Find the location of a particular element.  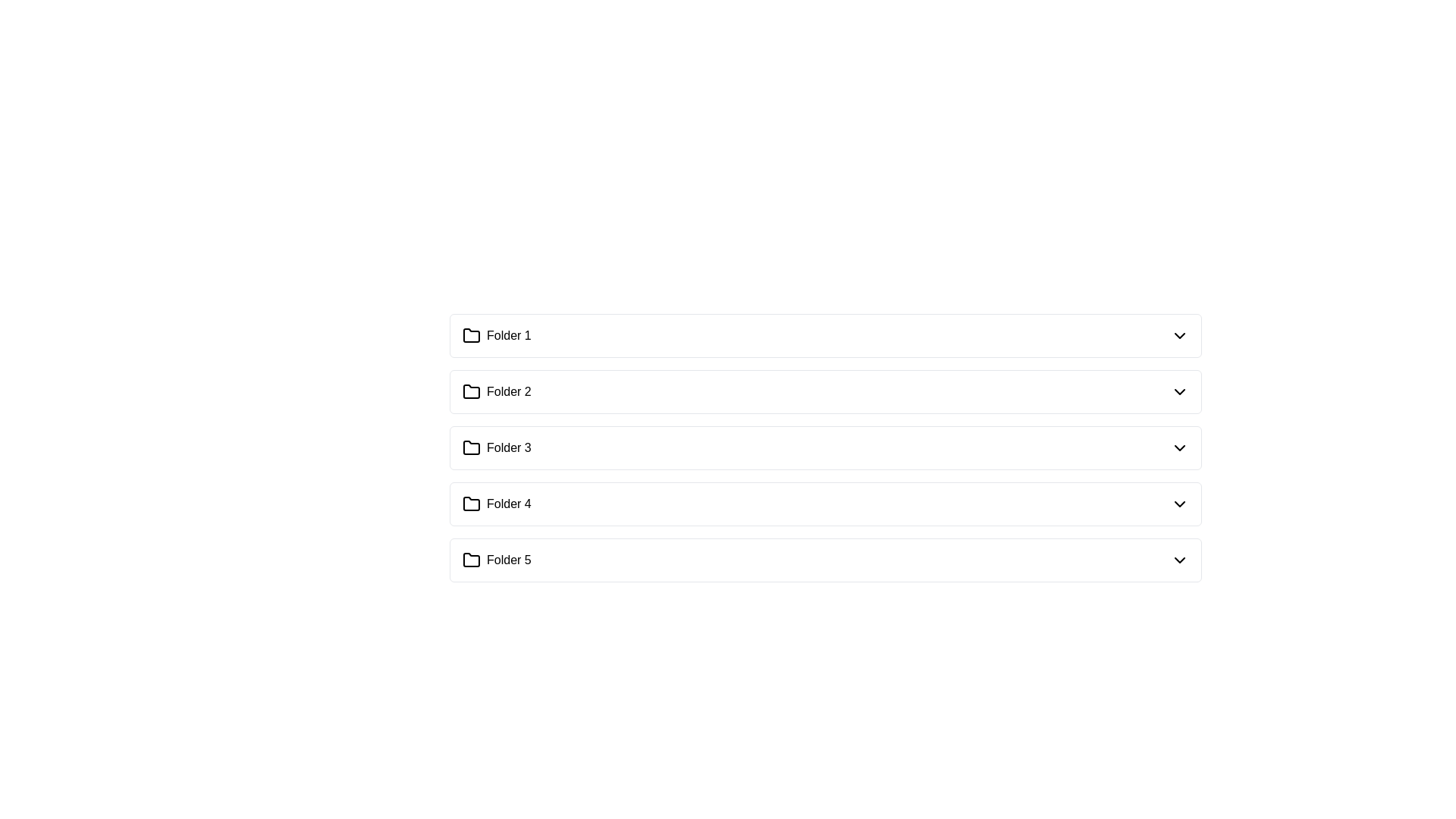

the folder icon representing 'Folder 2' is located at coordinates (471, 391).